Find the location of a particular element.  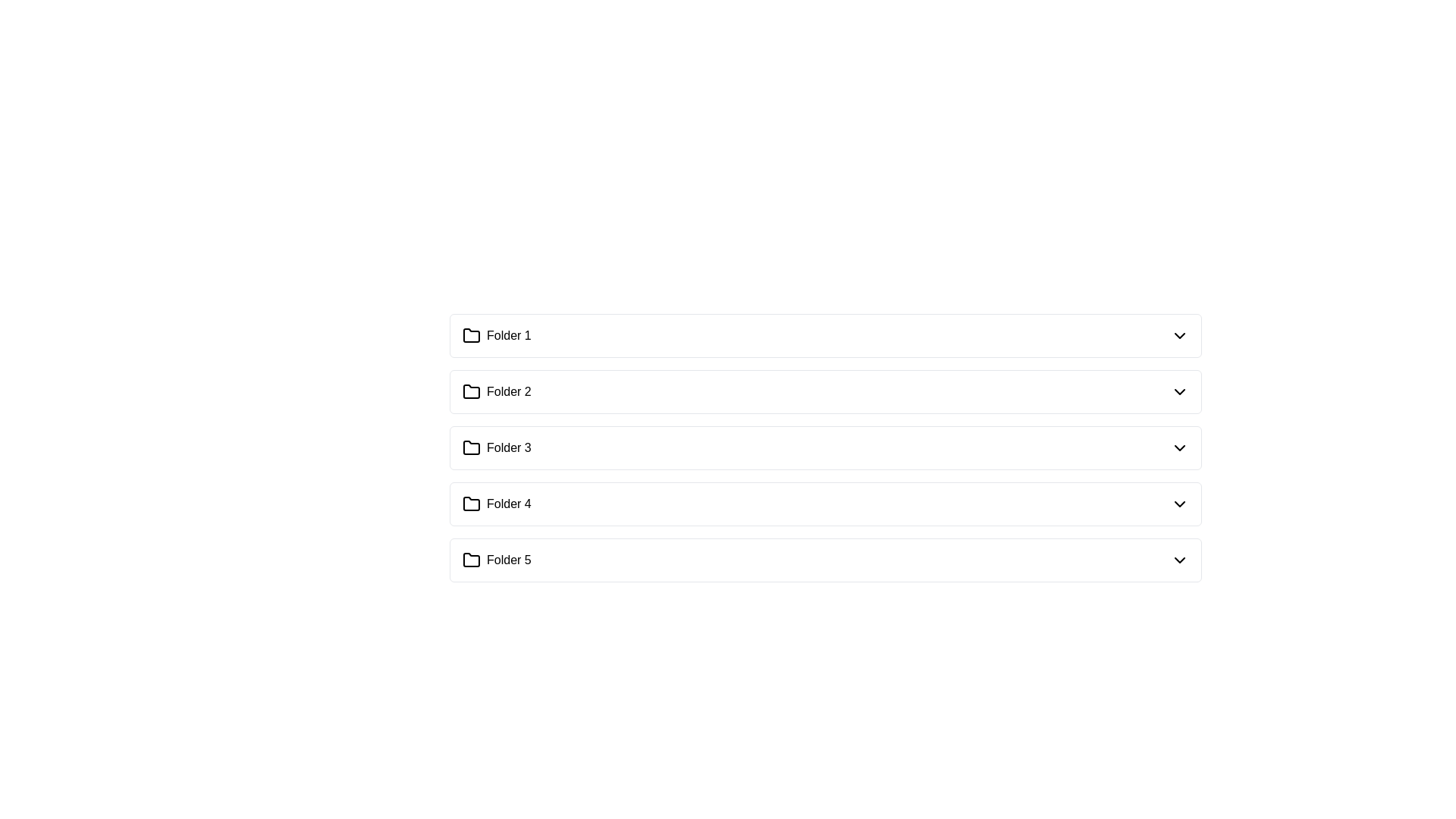

the folder icon representing 'Folder 2' is located at coordinates (471, 391).